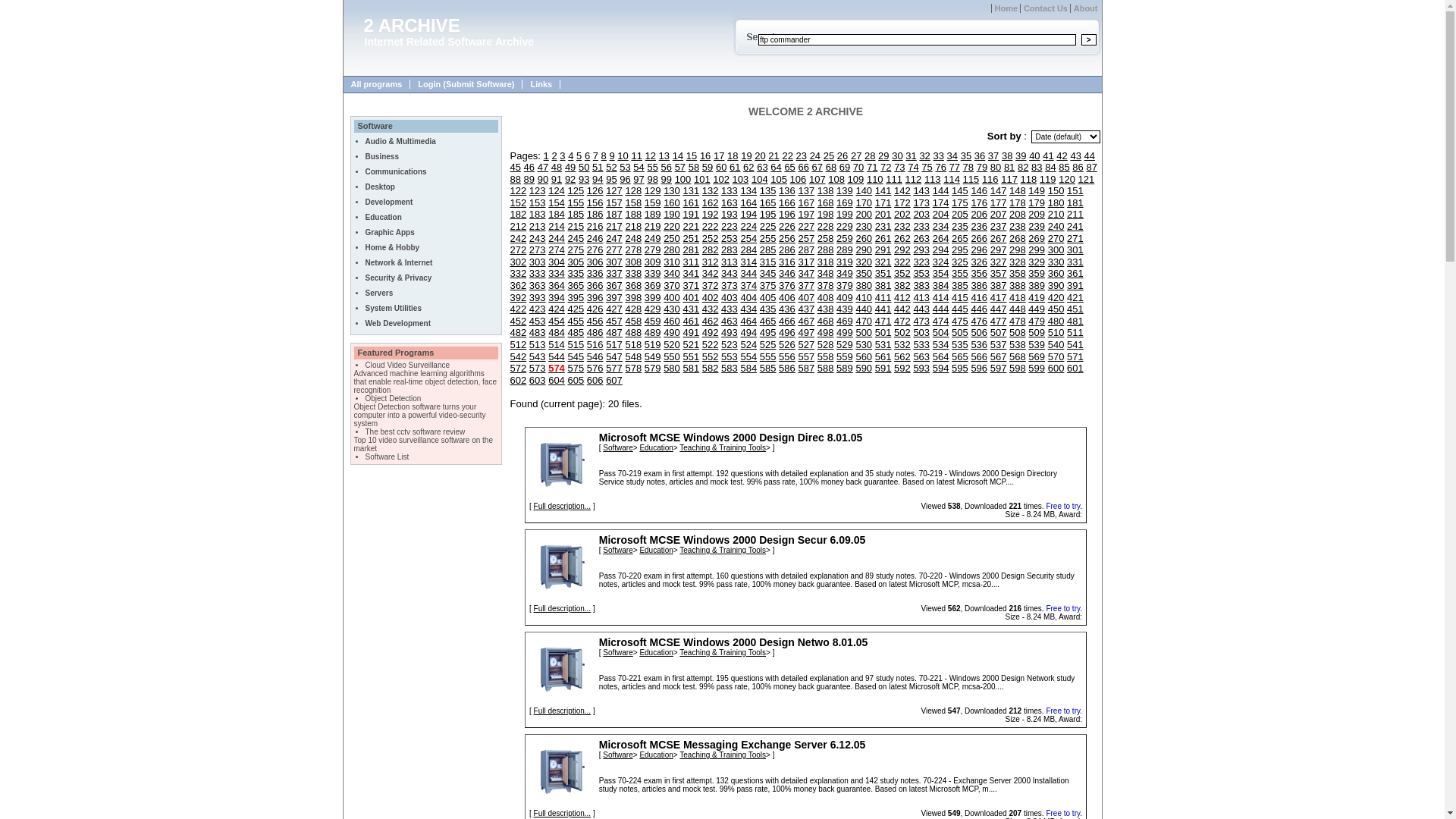 This screenshot has width=1456, height=819. I want to click on '27', so click(855, 155).